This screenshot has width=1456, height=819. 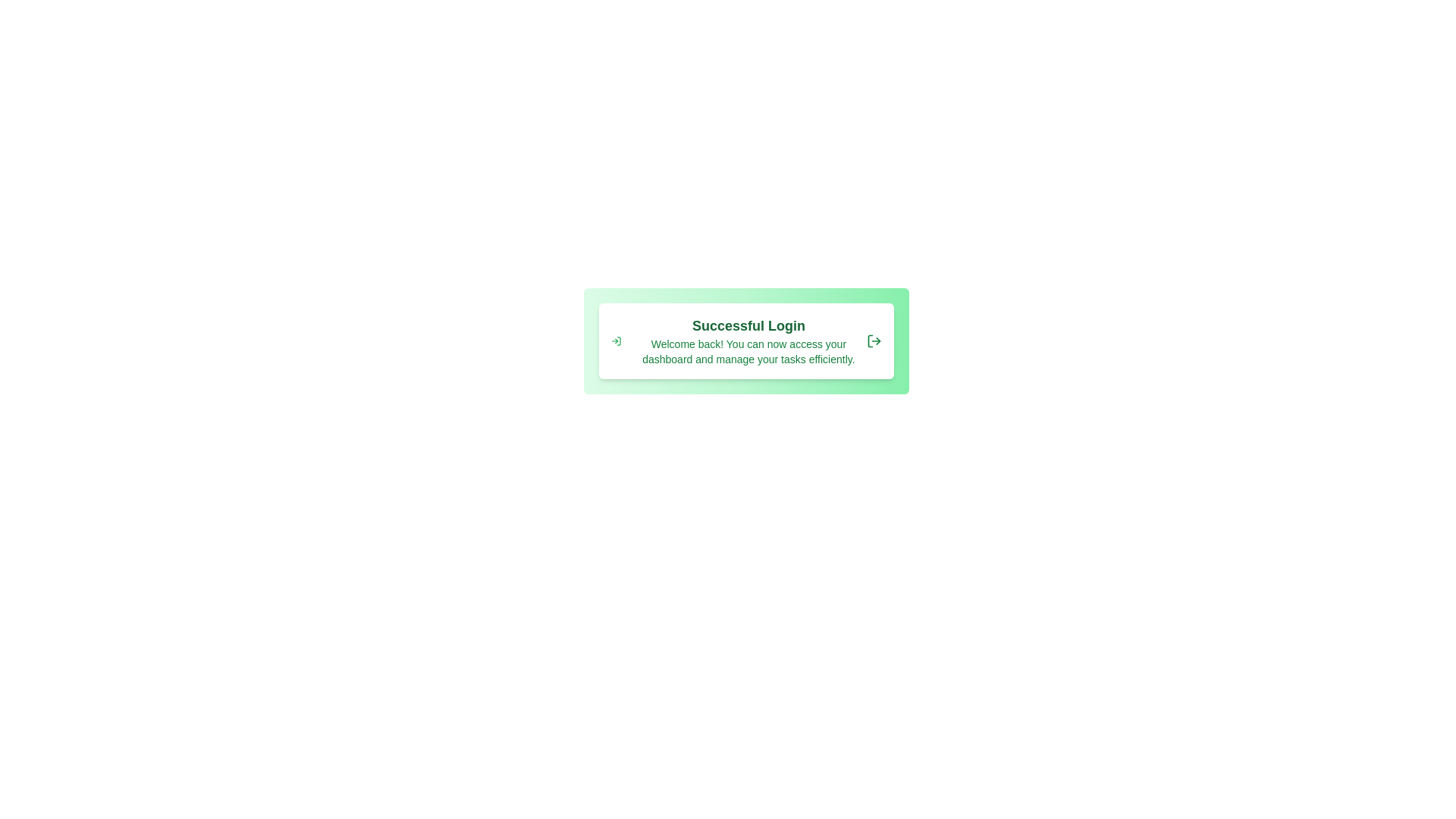 I want to click on the login icon to perform the corresponding action, so click(x=615, y=341).